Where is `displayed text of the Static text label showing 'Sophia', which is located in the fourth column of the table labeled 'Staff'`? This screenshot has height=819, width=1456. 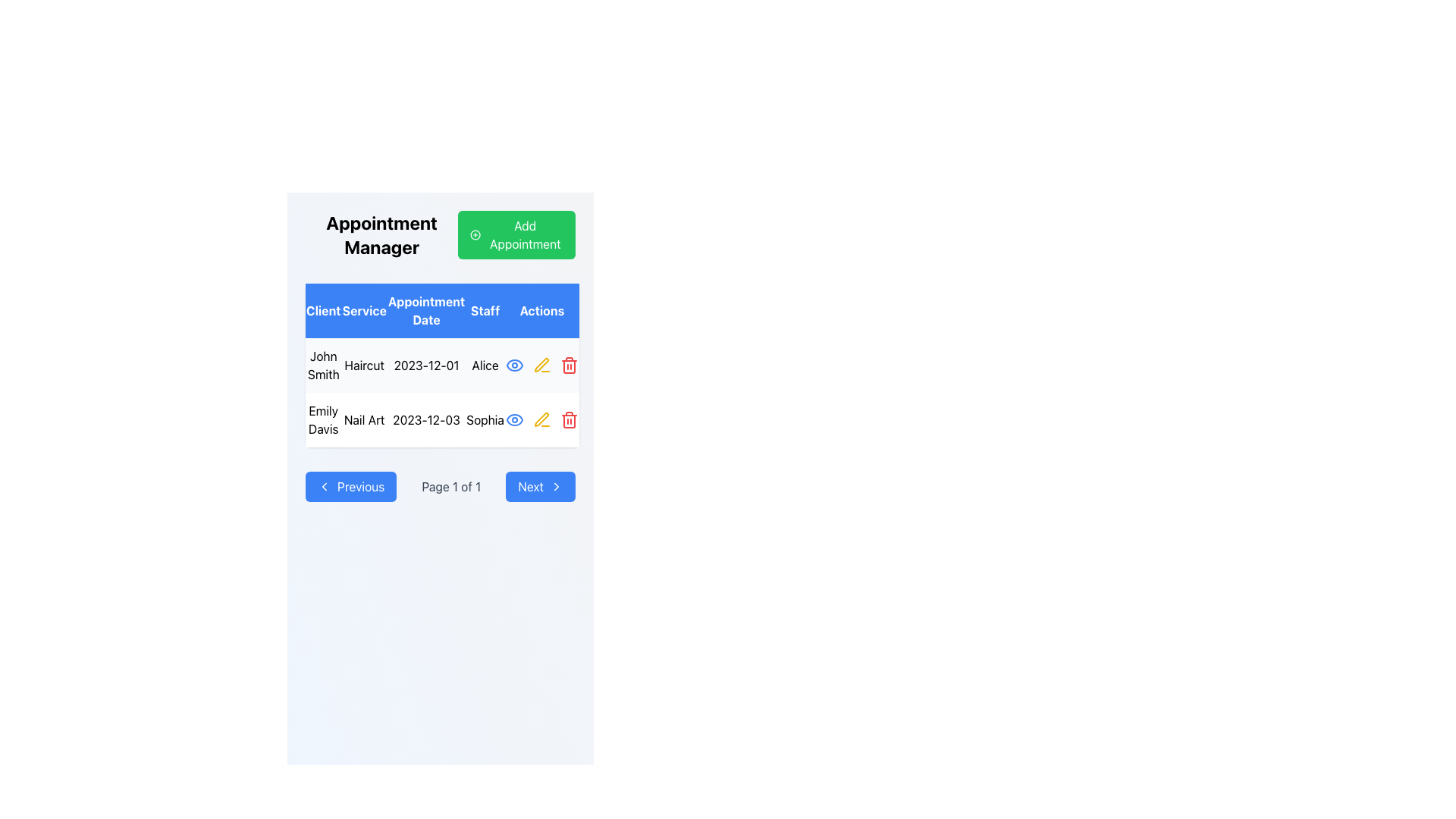
displayed text of the Static text label showing 'Sophia', which is located in the fourth column of the table labeled 'Staff' is located at coordinates (485, 420).